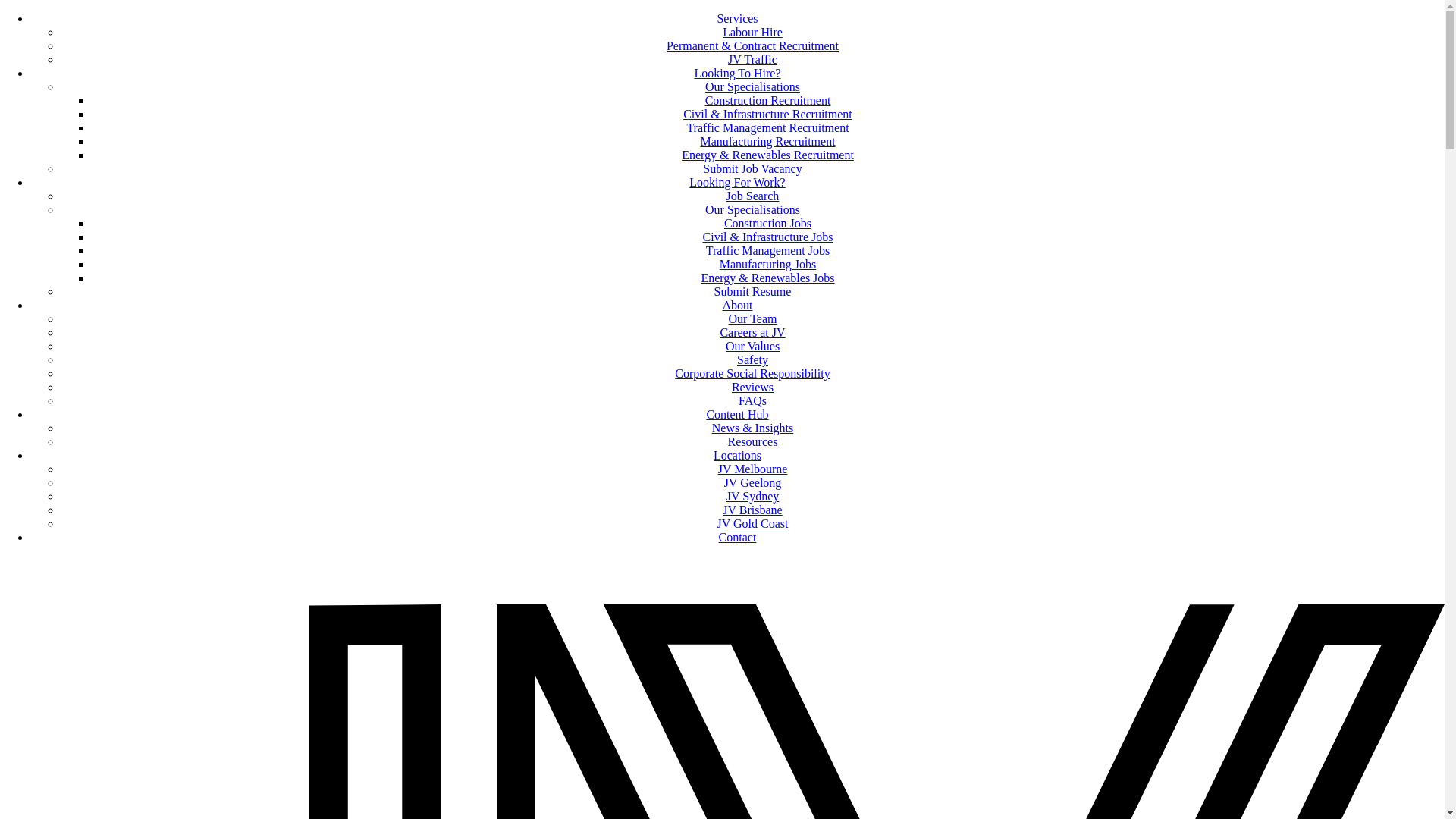  I want to click on 'Our Specialisations', so click(752, 209).